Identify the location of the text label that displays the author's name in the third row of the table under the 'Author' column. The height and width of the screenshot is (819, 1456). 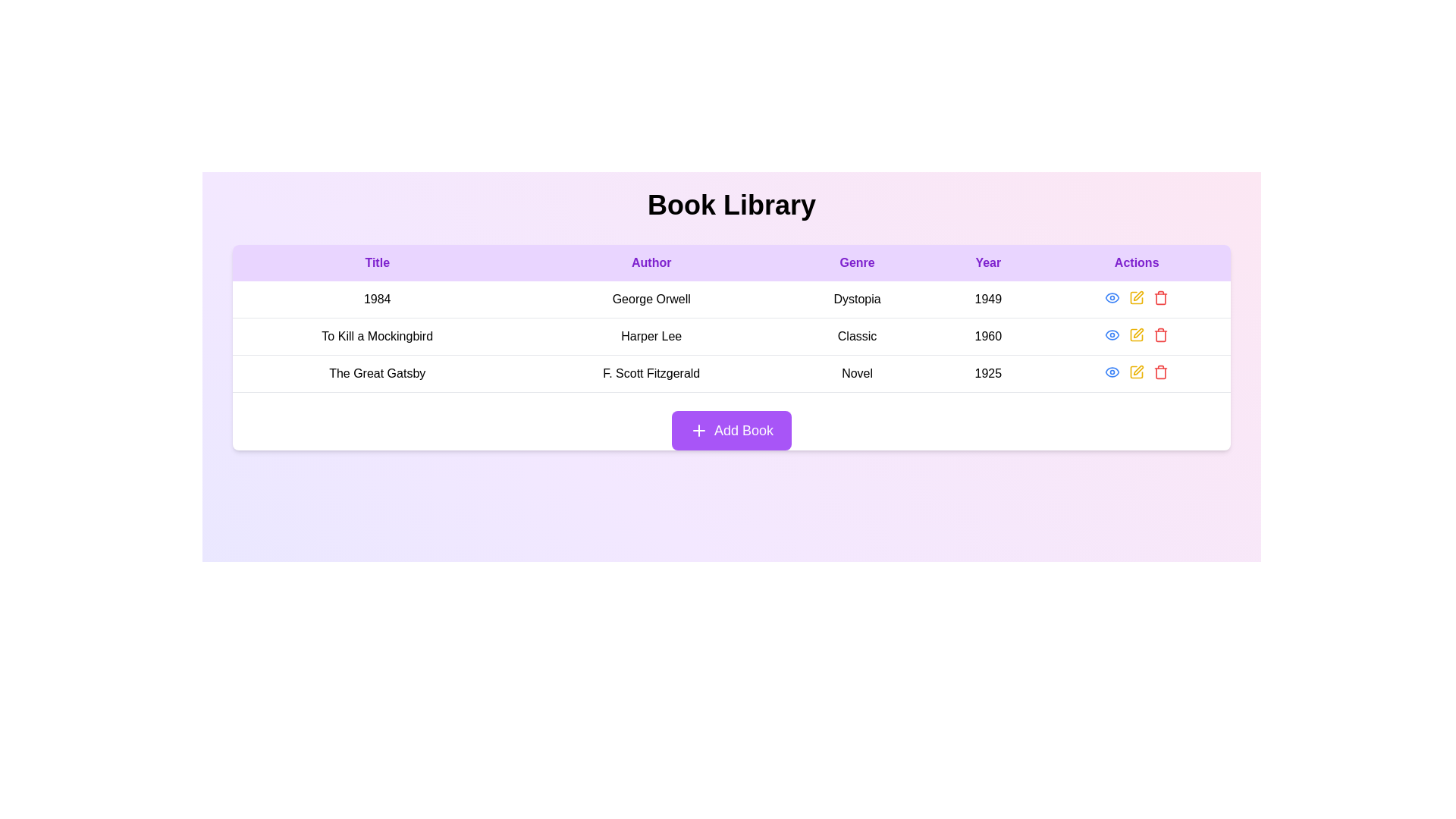
(651, 374).